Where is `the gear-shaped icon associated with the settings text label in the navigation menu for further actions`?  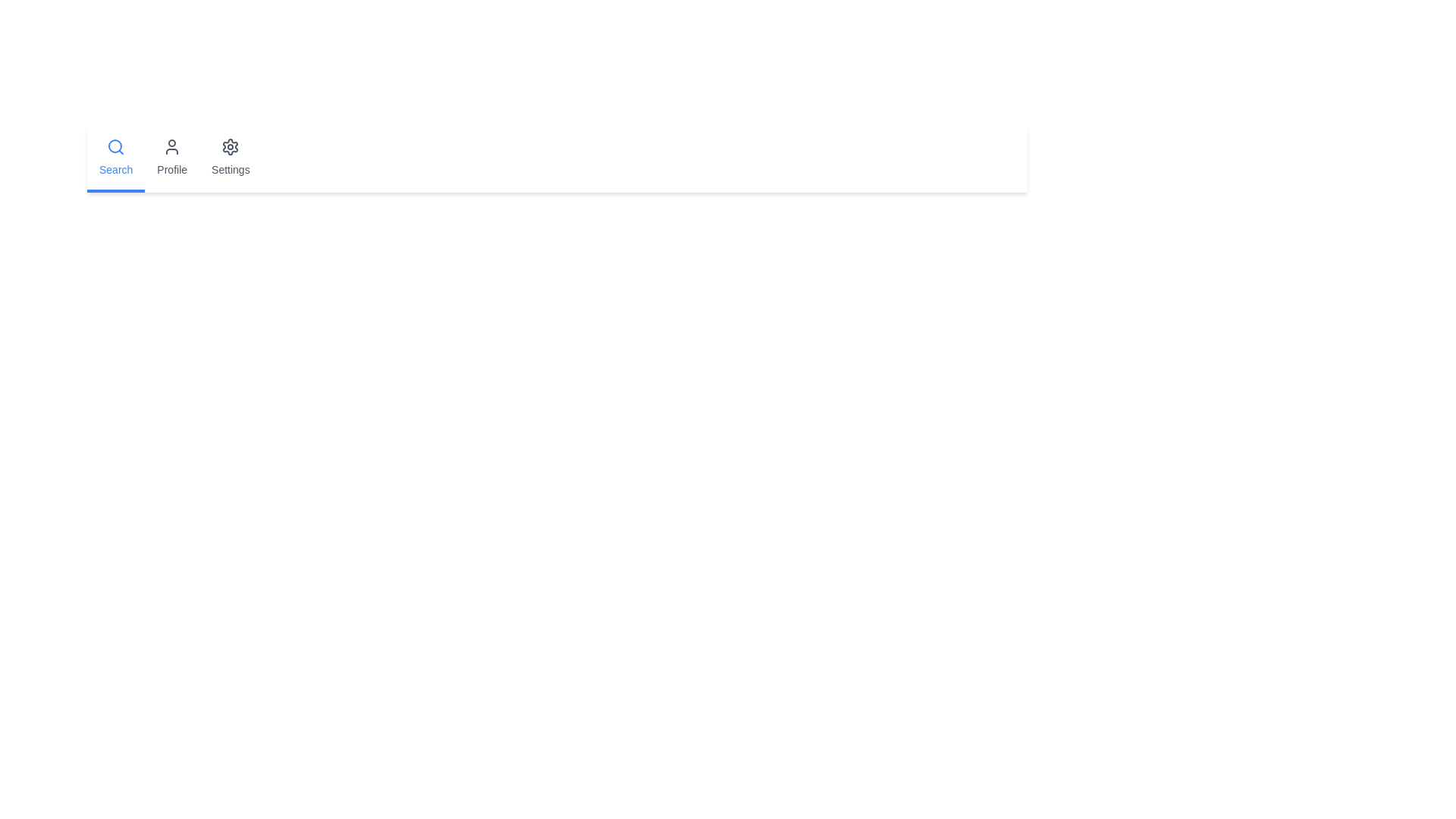
the gear-shaped icon associated with the settings text label in the navigation menu for further actions is located at coordinates (229, 169).